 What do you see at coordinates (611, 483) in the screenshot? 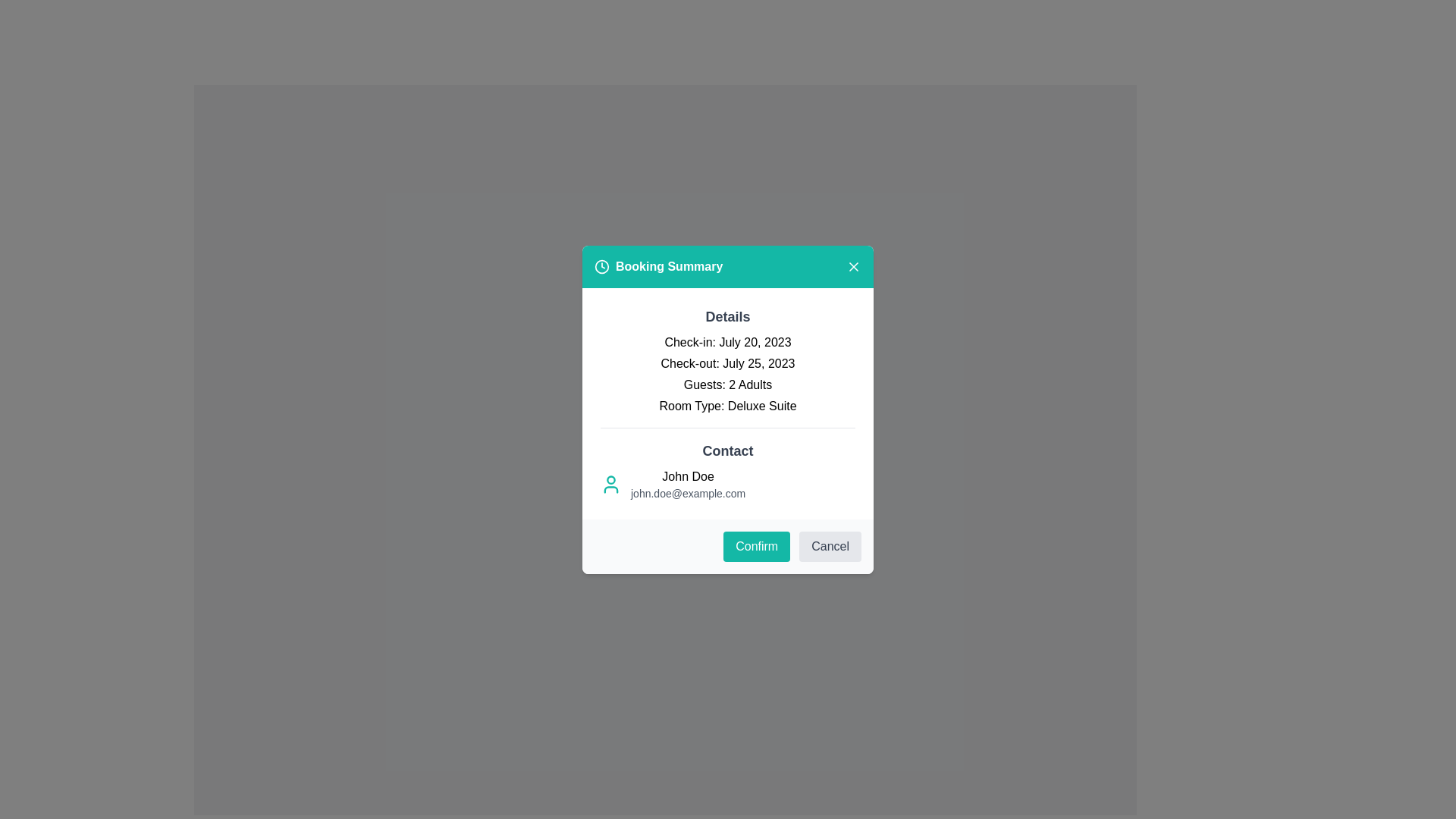
I see `the user profile icon located in the 'Contact' section of the modal interface, which is positioned to the left of the user name 'John Doe' and email 'john.doe@example.com'` at bounding box center [611, 483].